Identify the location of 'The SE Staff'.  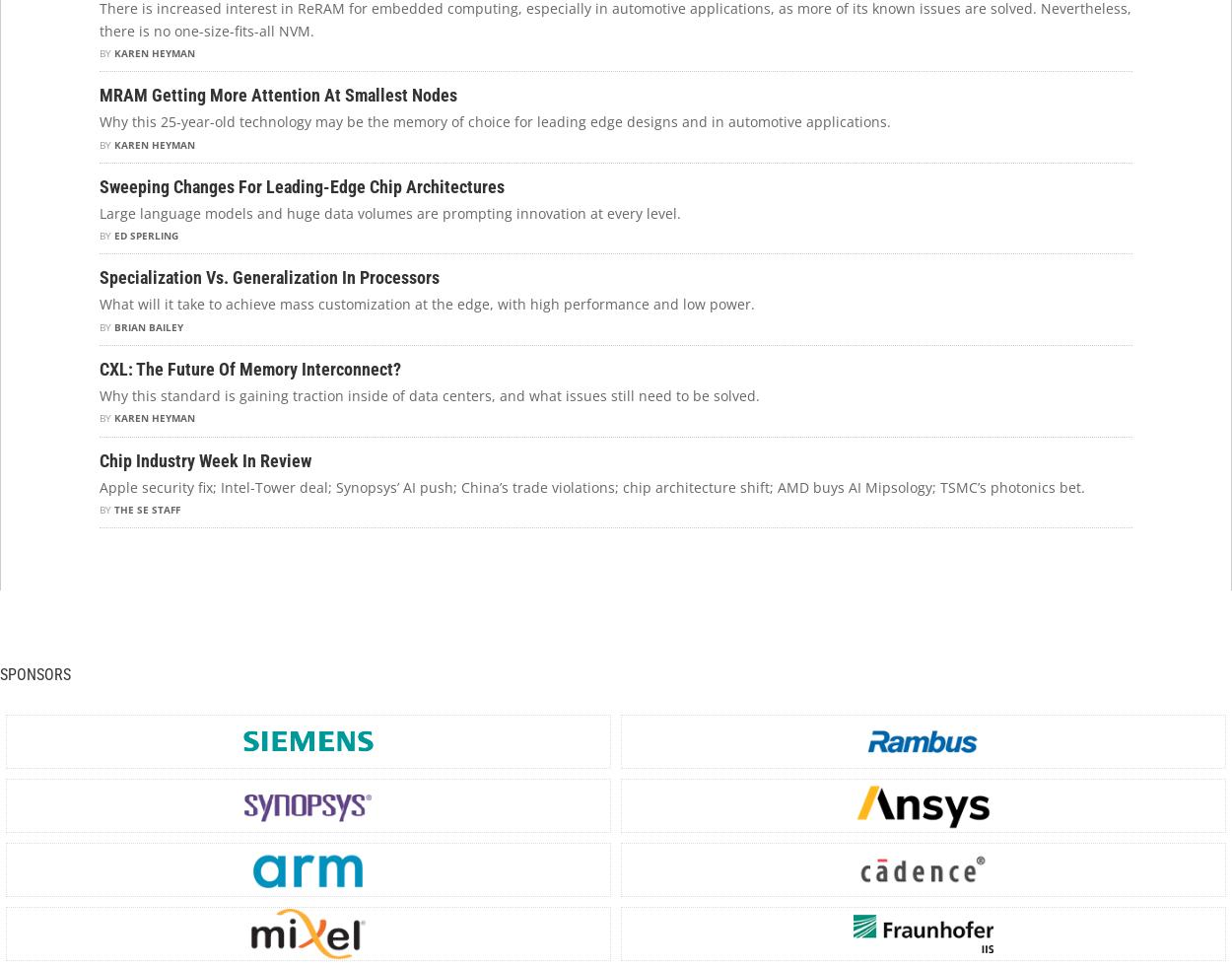
(147, 509).